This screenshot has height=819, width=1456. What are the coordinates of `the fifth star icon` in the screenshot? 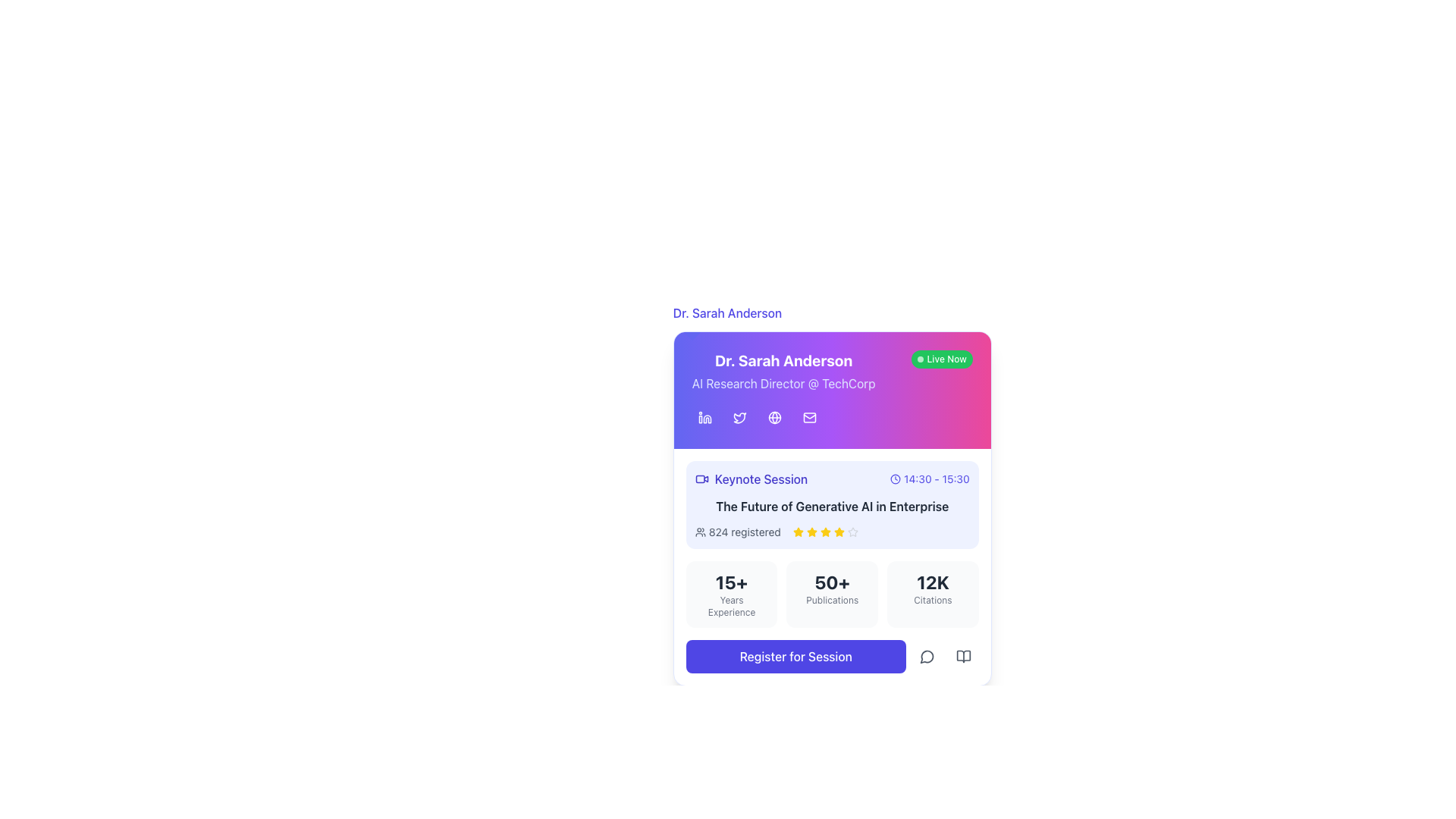 It's located at (824, 532).